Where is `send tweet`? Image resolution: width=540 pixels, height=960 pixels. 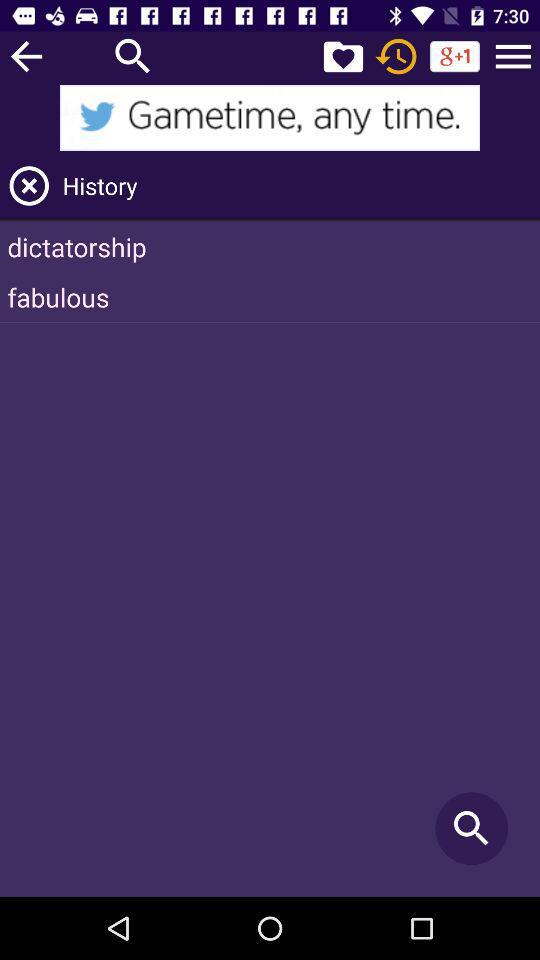
send tweet is located at coordinates (270, 117).